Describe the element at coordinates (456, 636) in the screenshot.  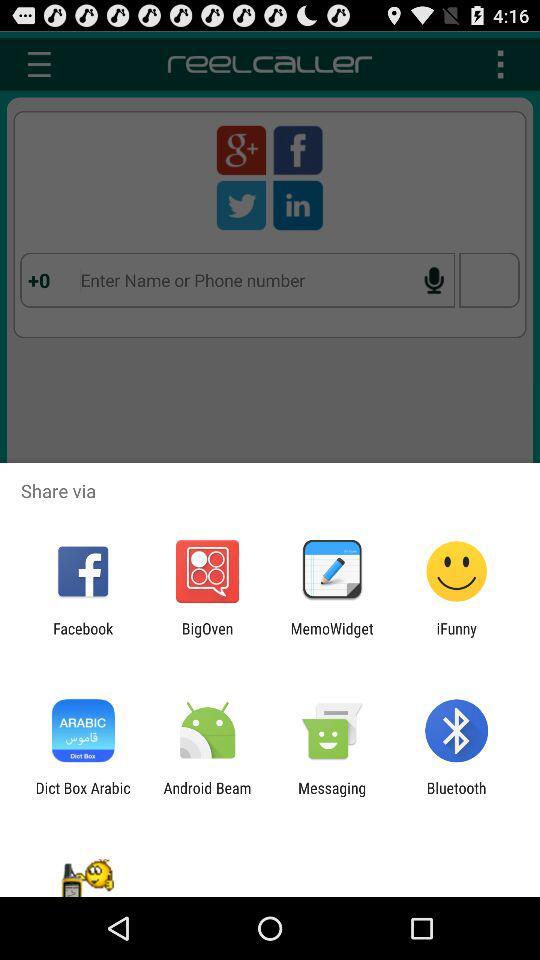
I see `the icon next to the memowidget` at that location.